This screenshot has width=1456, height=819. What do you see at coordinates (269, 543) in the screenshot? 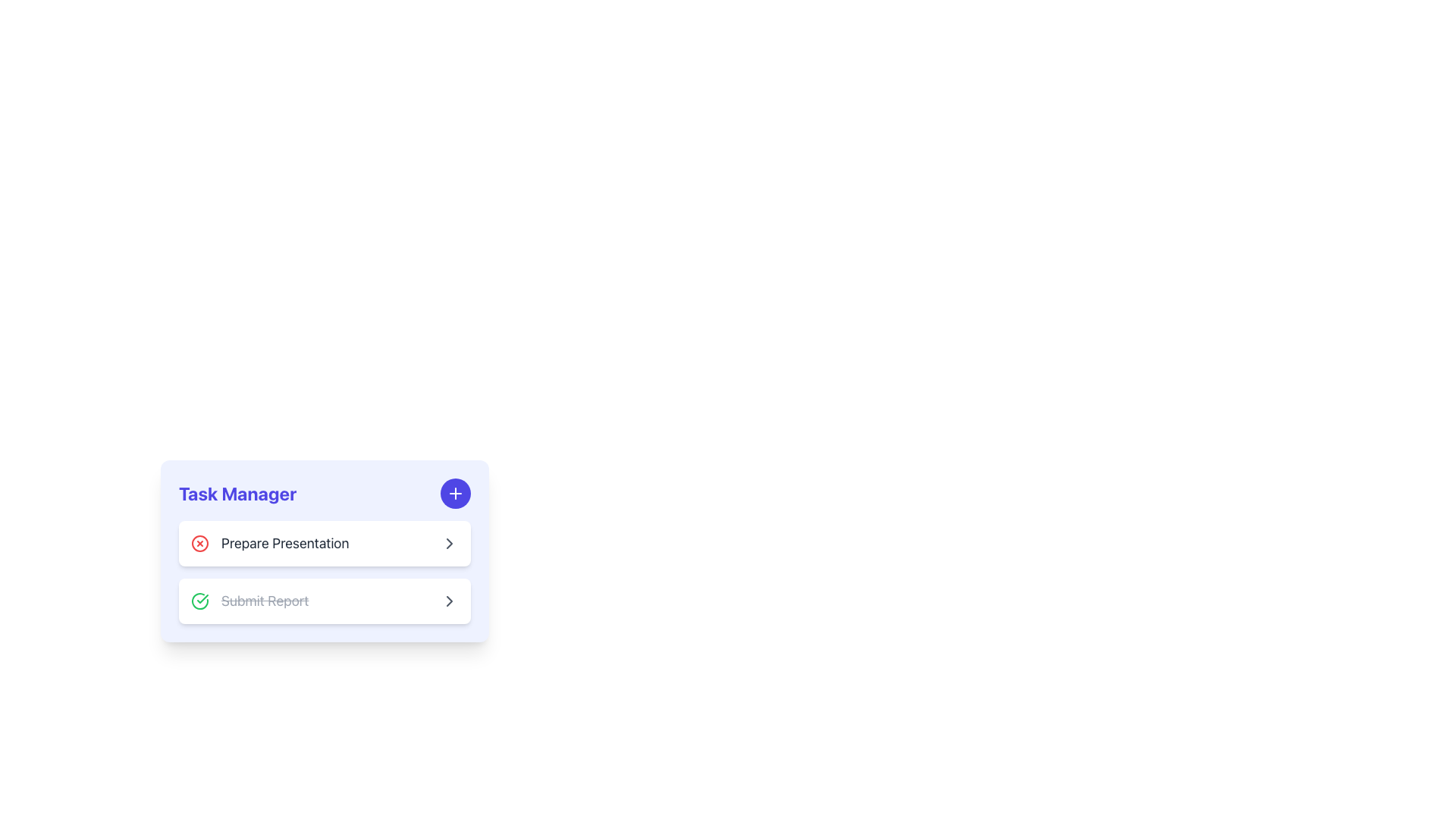
I see `the 'Prepare Presentation' task item for editing or managing by clicking on it` at bounding box center [269, 543].